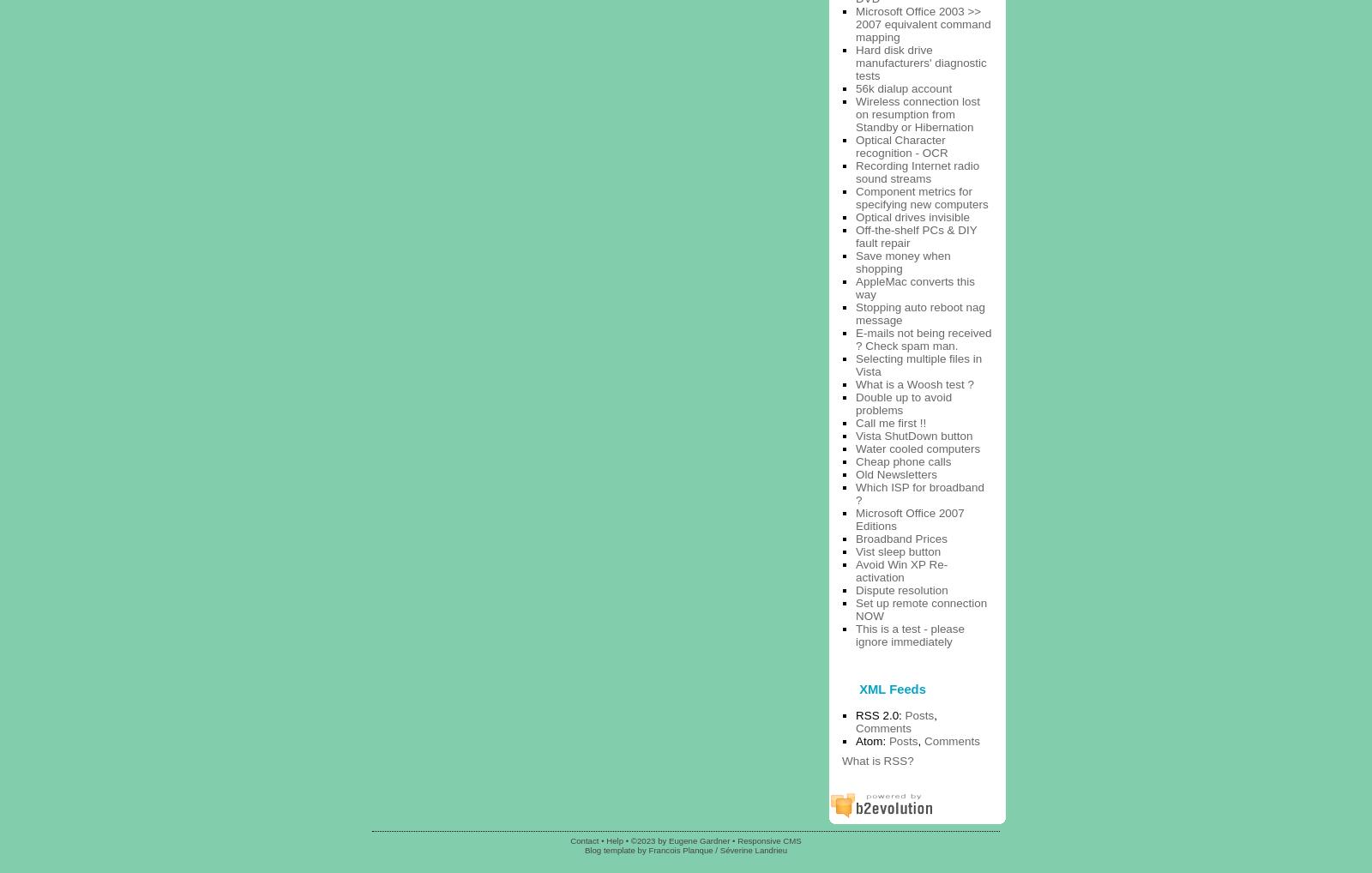 This screenshot has height=873, width=1372. I want to click on 'Old Newsletters', so click(895, 473).